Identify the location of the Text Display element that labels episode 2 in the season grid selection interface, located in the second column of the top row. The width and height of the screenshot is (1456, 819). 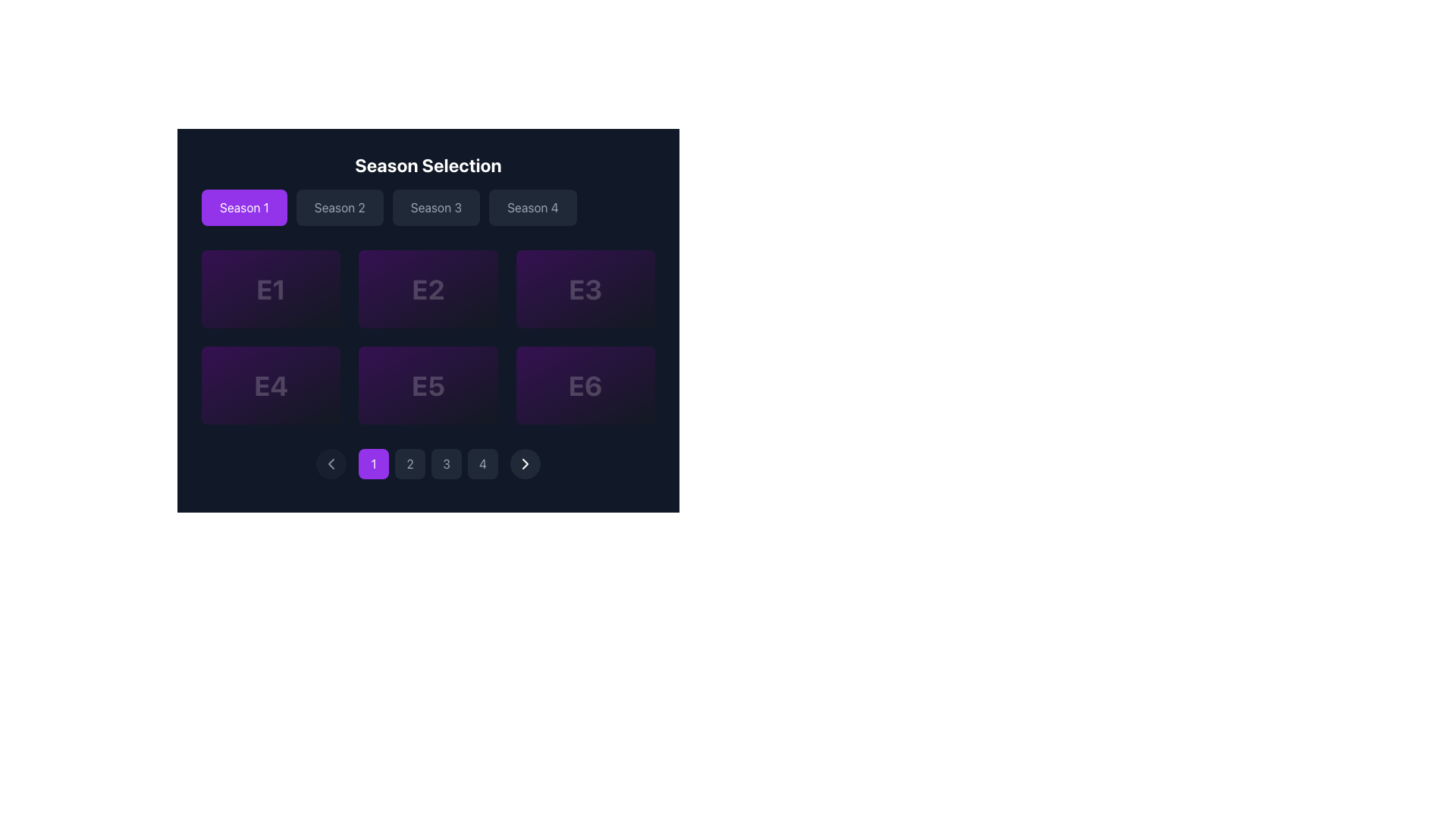
(428, 289).